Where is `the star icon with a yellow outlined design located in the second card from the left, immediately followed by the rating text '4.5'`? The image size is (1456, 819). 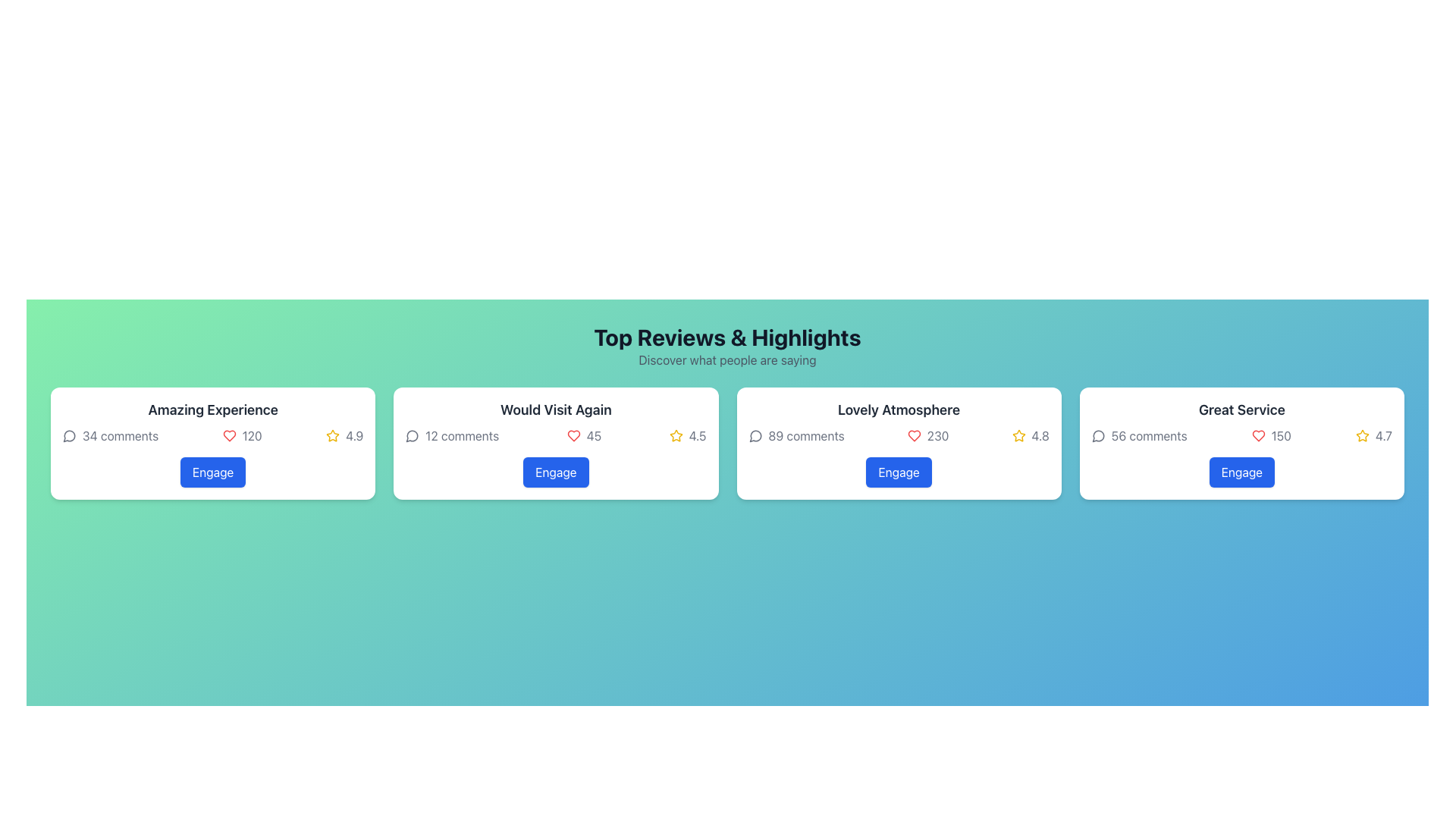
the star icon with a yellow outlined design located in the second card from the left, immediately followed by the rating text '4.5' is located at coordinates (675, 435).